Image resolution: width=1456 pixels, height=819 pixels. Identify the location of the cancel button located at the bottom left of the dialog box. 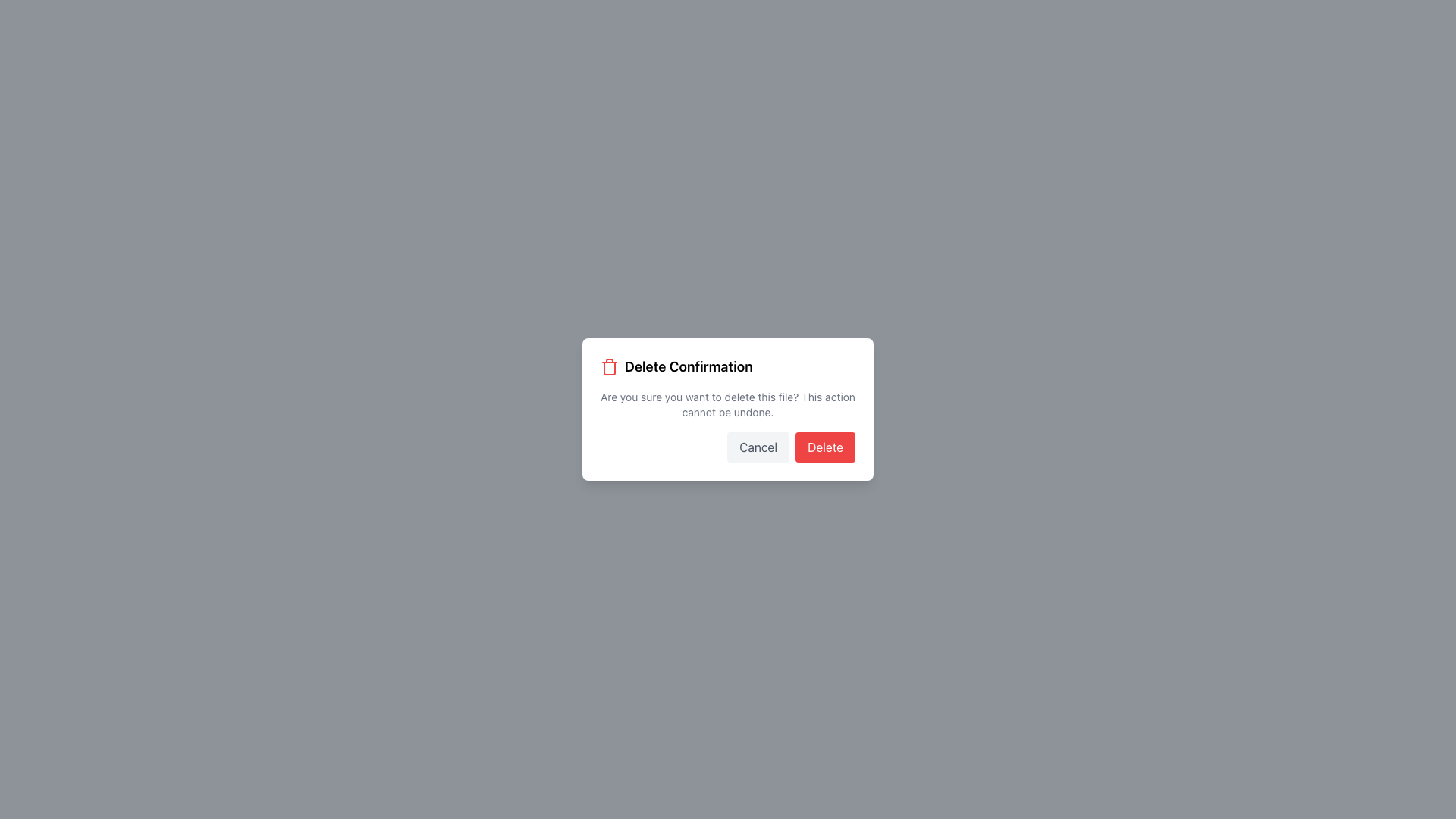
(758, 447).